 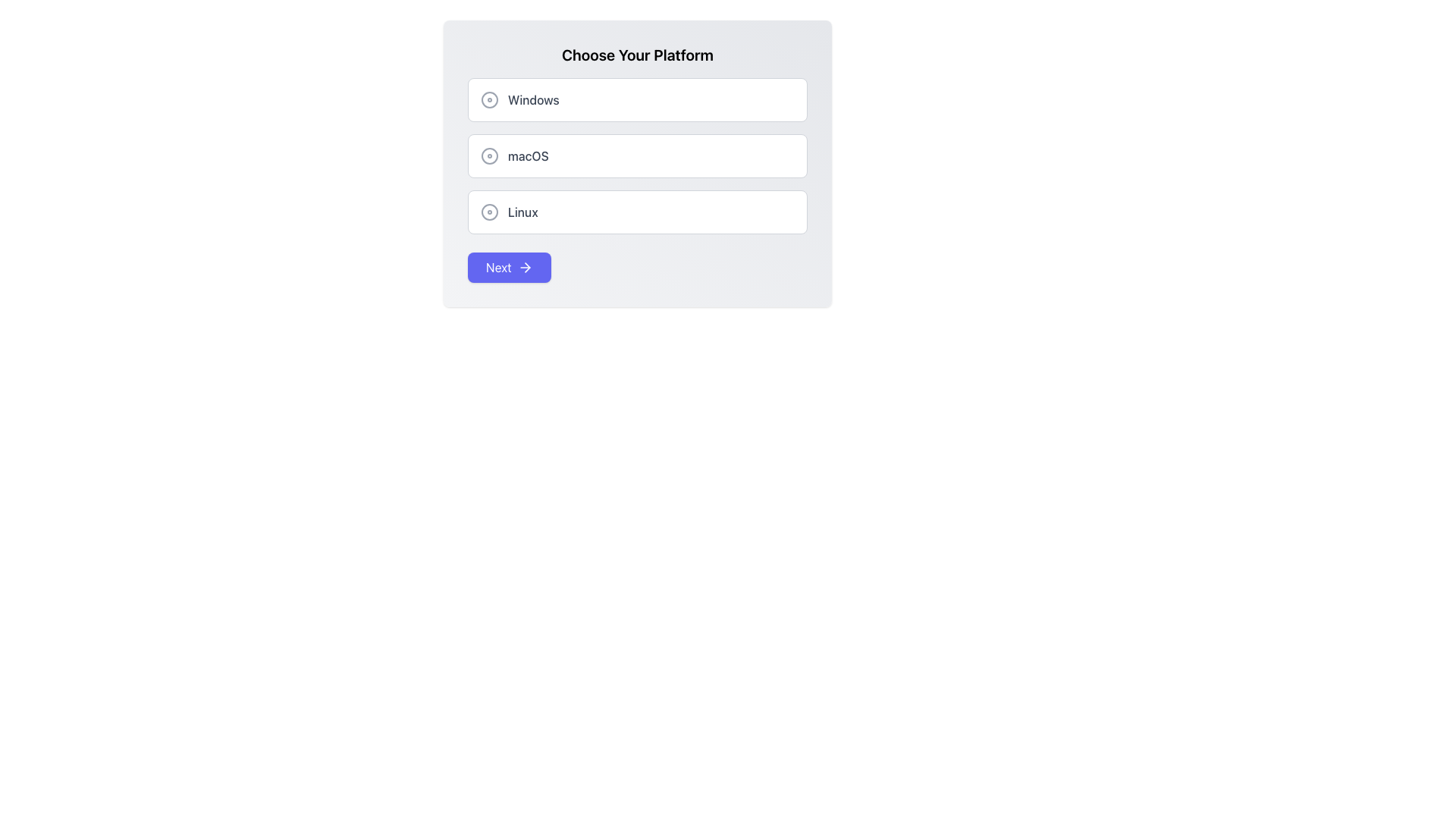 What do you see at coordinates (527, 267) in the screenshot?
I see `the right-pointing arrow icon, which is part of an SVG component and positioned to the right side of the 'Next' button` at bounding box center [527, 267].